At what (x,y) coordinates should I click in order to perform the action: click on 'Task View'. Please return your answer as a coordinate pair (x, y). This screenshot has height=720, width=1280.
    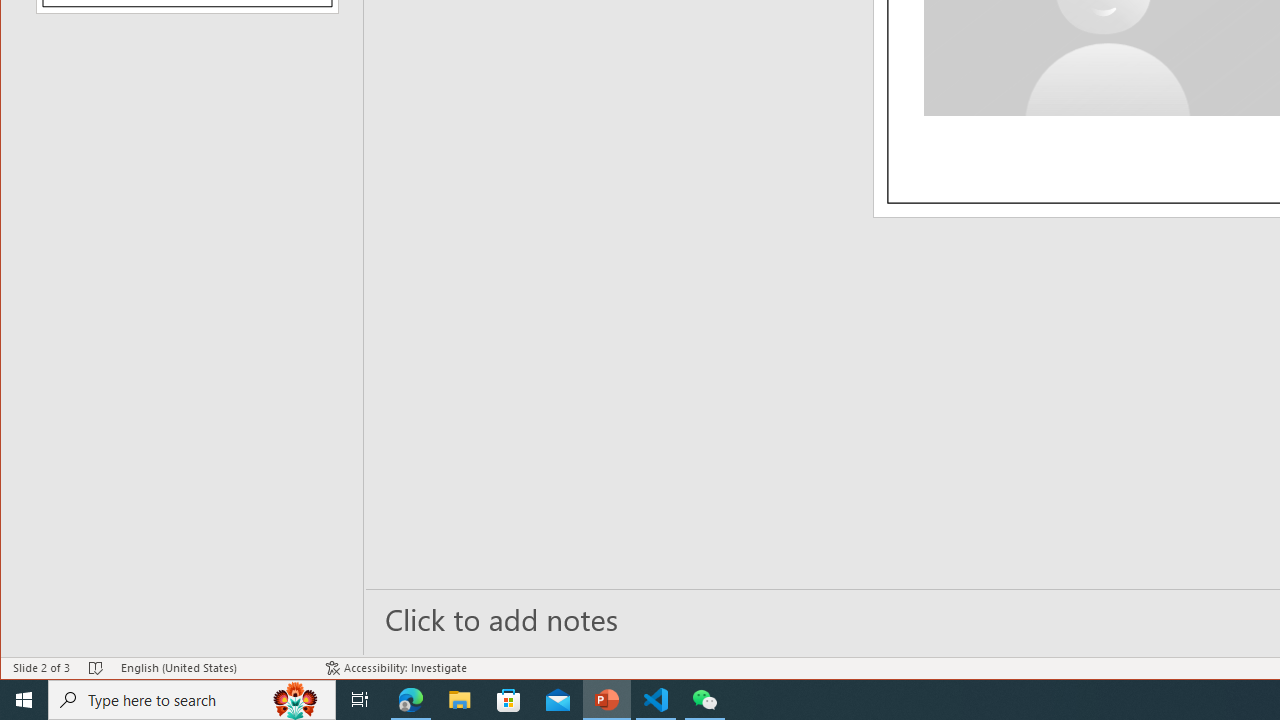
    Looking at the image, I should click on (359, 698).